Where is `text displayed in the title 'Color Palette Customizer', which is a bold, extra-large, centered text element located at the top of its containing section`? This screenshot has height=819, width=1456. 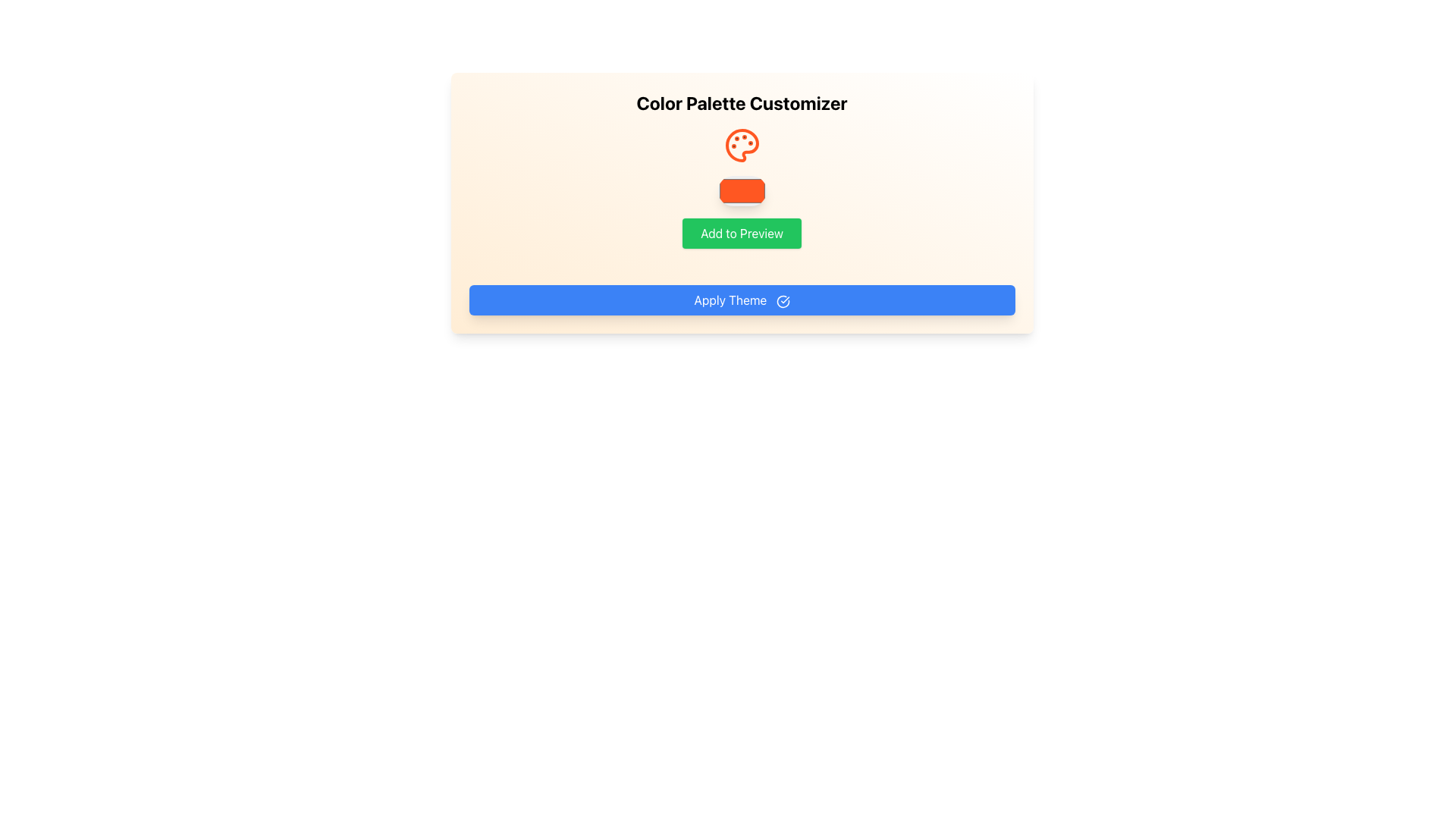
text displayed in the title 'Color Palette Customizer', which is a bold, extra-large, centered text element located at the top of its containing section is located at coordinates (742, 102).